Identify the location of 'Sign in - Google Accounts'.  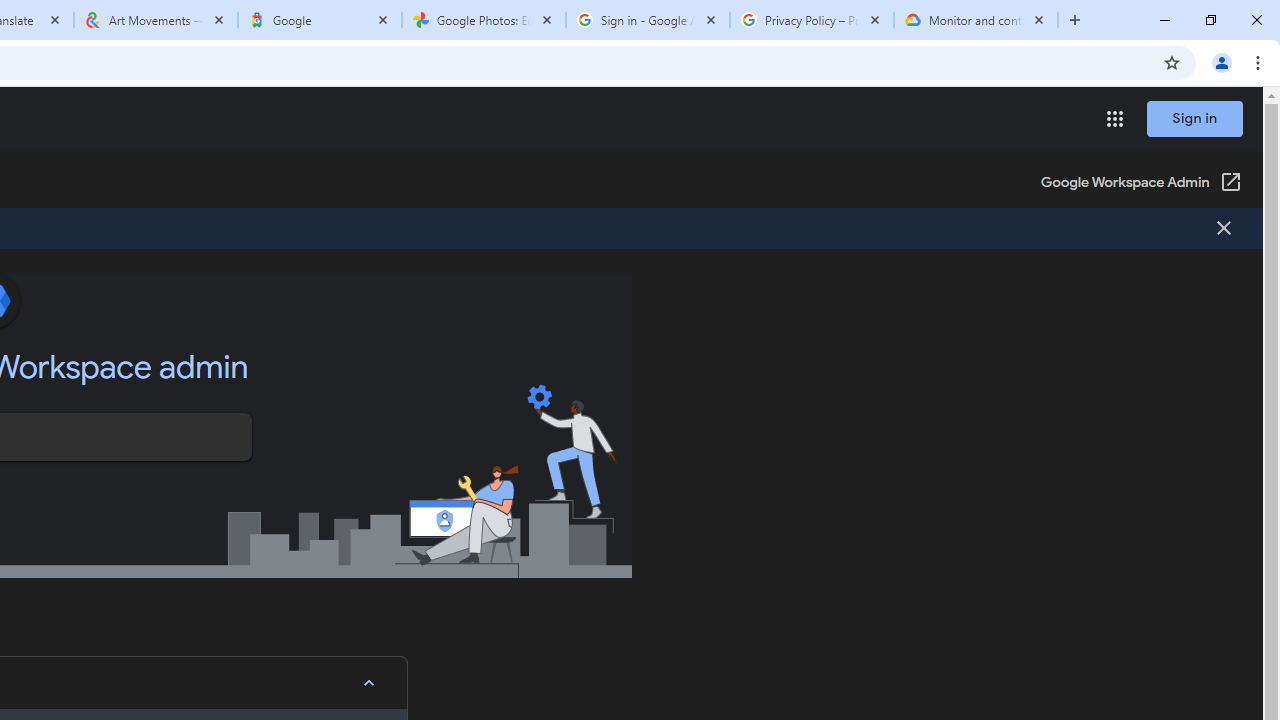
(647, 20).